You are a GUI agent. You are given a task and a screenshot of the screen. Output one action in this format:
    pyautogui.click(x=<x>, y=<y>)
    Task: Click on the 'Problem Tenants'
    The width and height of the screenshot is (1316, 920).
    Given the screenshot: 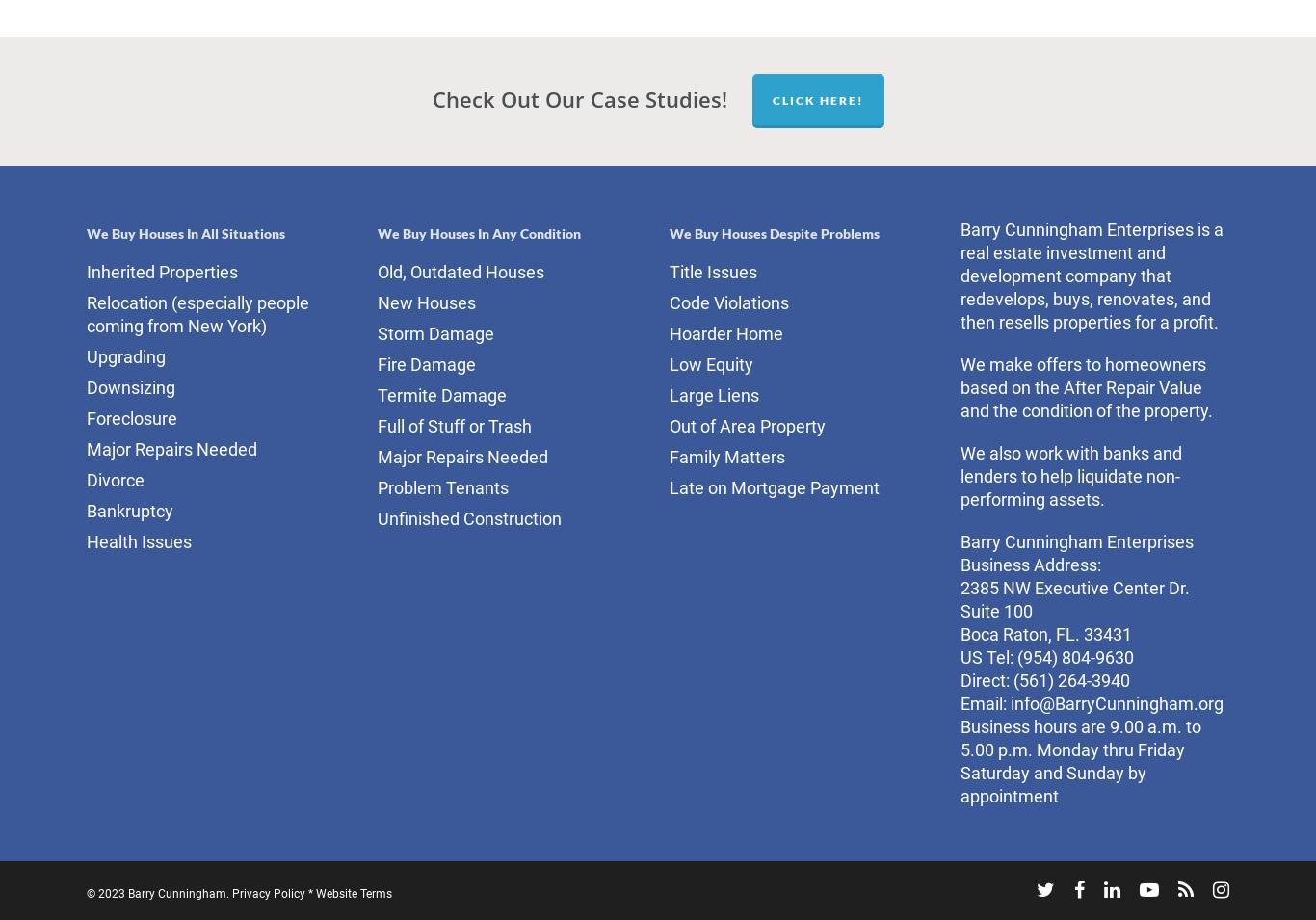 What is the action you would take?
    pyautogui.click(x=442, y=486)
    